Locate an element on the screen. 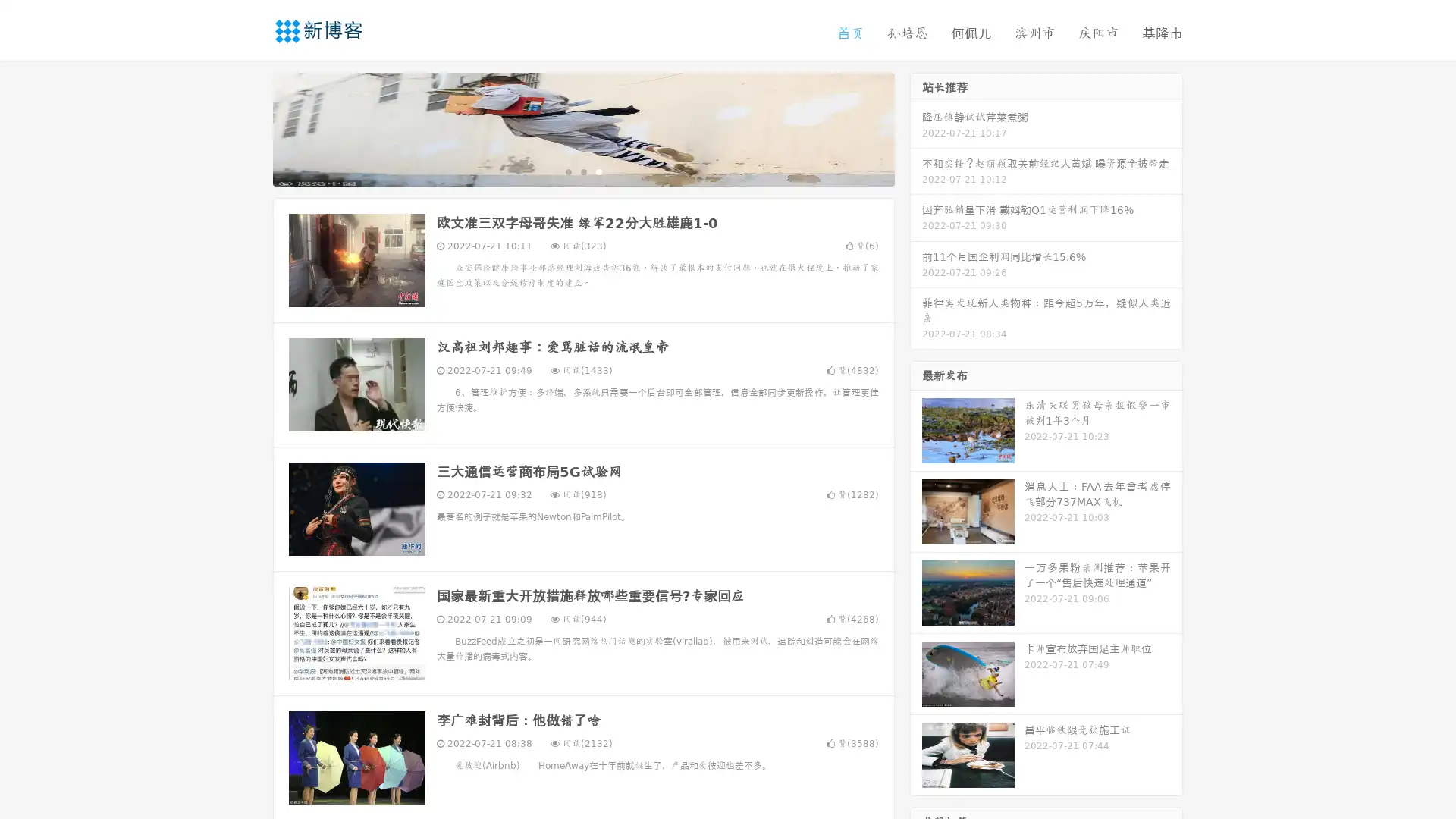 This screenshot has width=1456, height=819. Next slide is located at coordinates (916, 127).